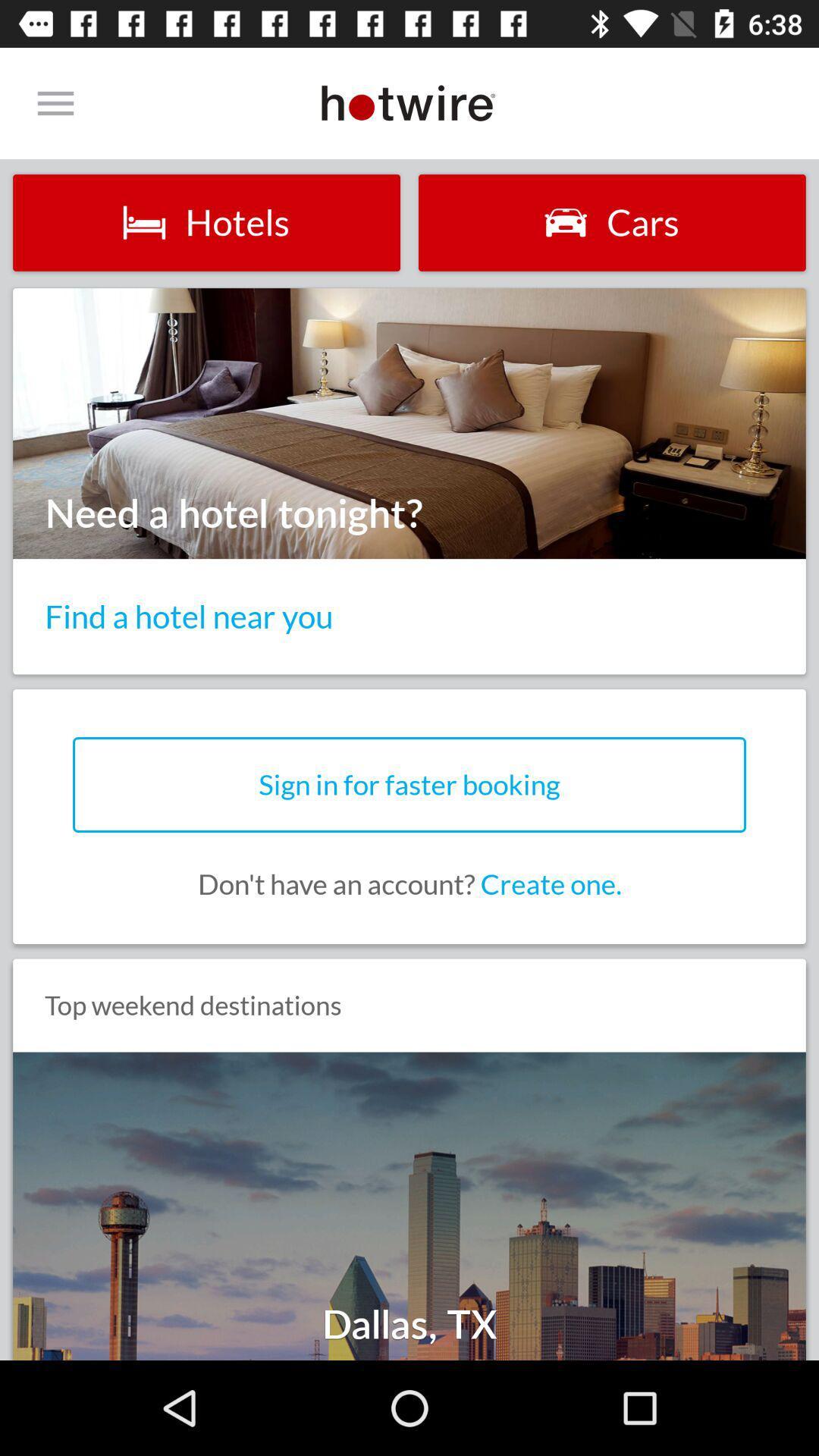 This screenshot has width=819, height=1456. Describe the element at coordinates (409, 884) in the screenshot. I see `don t have icon` at that location.